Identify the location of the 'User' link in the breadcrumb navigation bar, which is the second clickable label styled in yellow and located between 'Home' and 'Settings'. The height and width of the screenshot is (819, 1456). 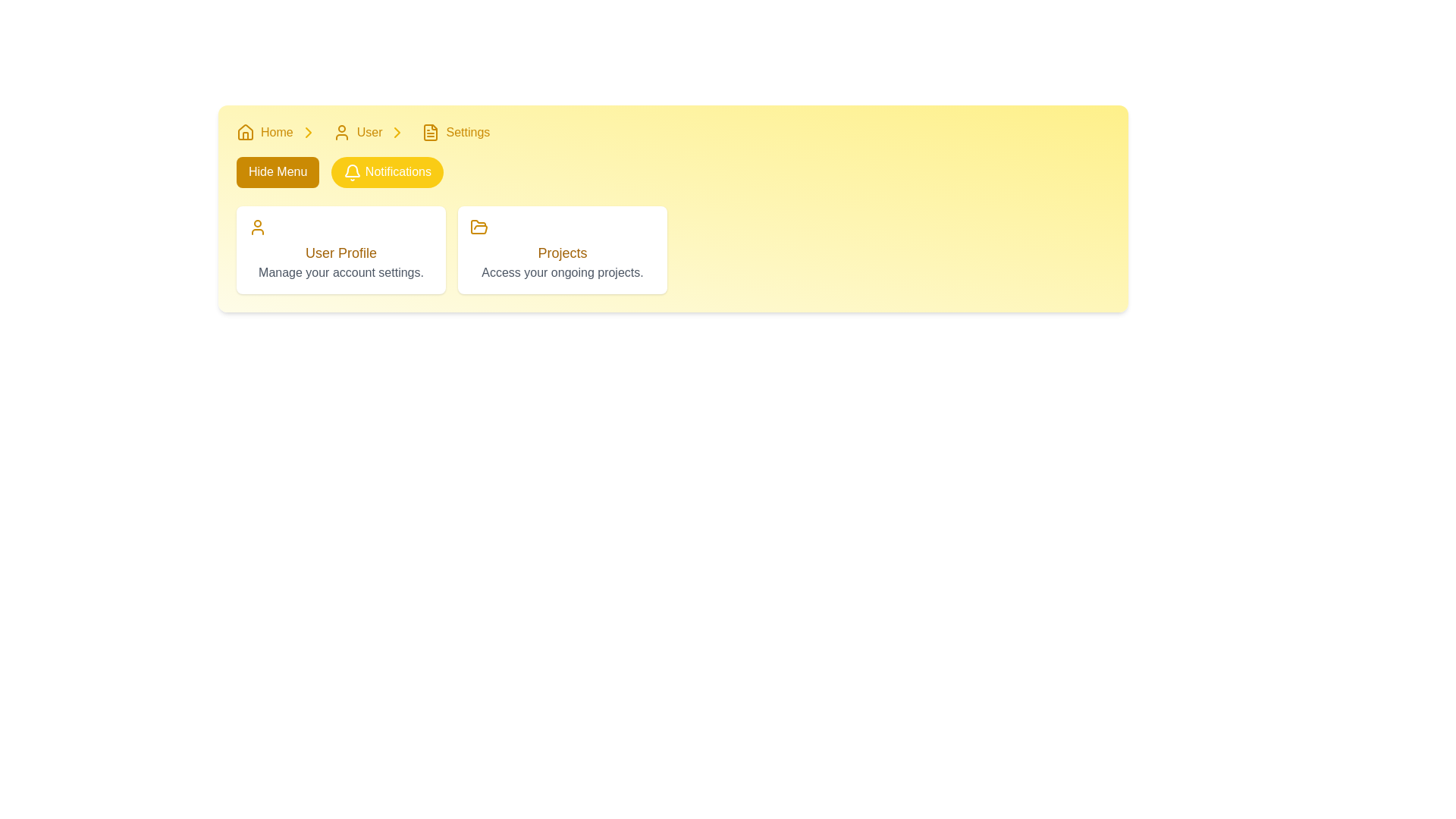
(372, 131).